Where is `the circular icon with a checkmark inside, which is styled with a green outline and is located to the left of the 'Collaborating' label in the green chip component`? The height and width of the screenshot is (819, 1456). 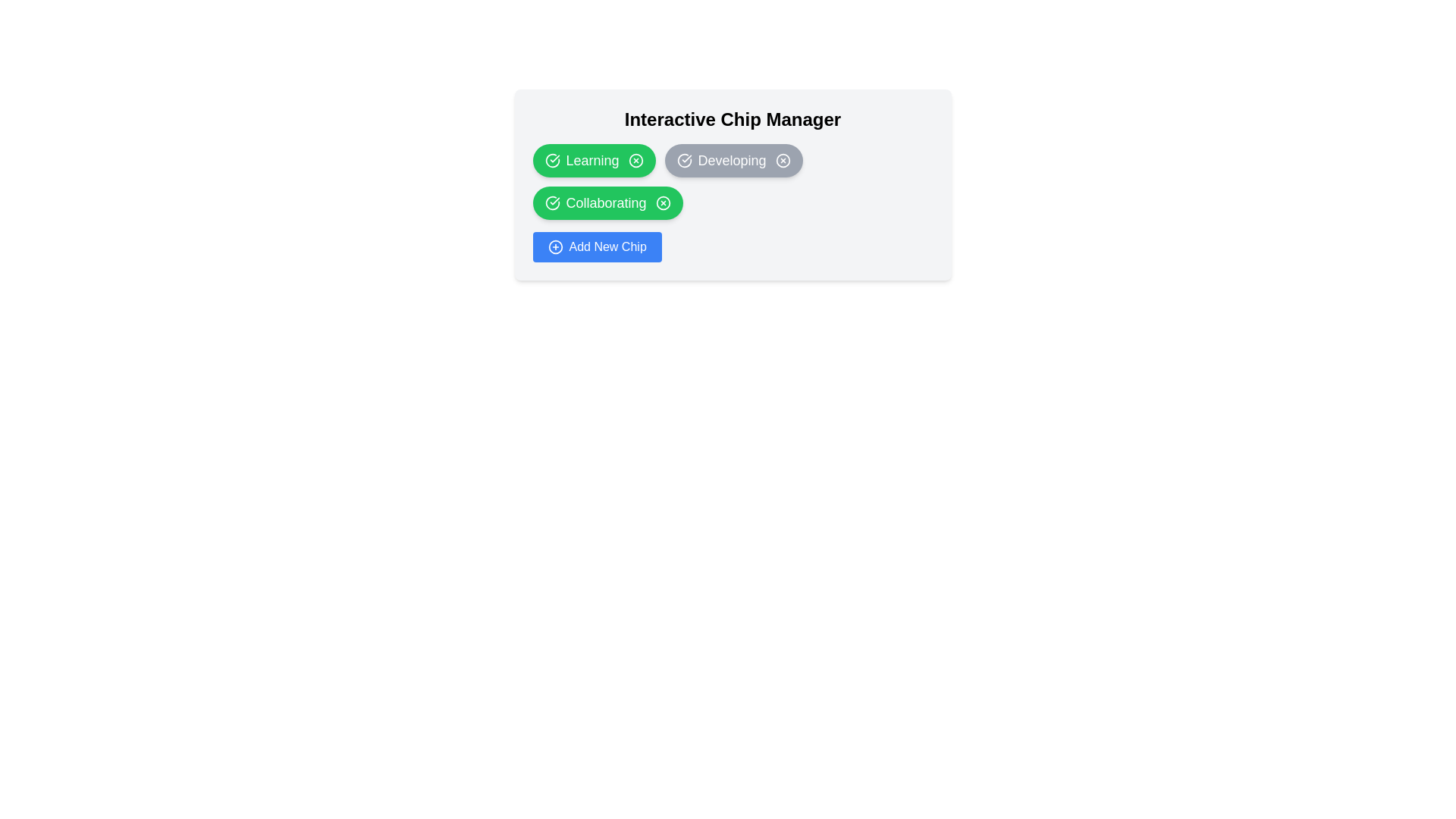 the circular icon with a checkmark inside, which is styled with a green outline and is located to the left of the 'Collaborating' label in the green chip component is located at coordinates (551, 202).